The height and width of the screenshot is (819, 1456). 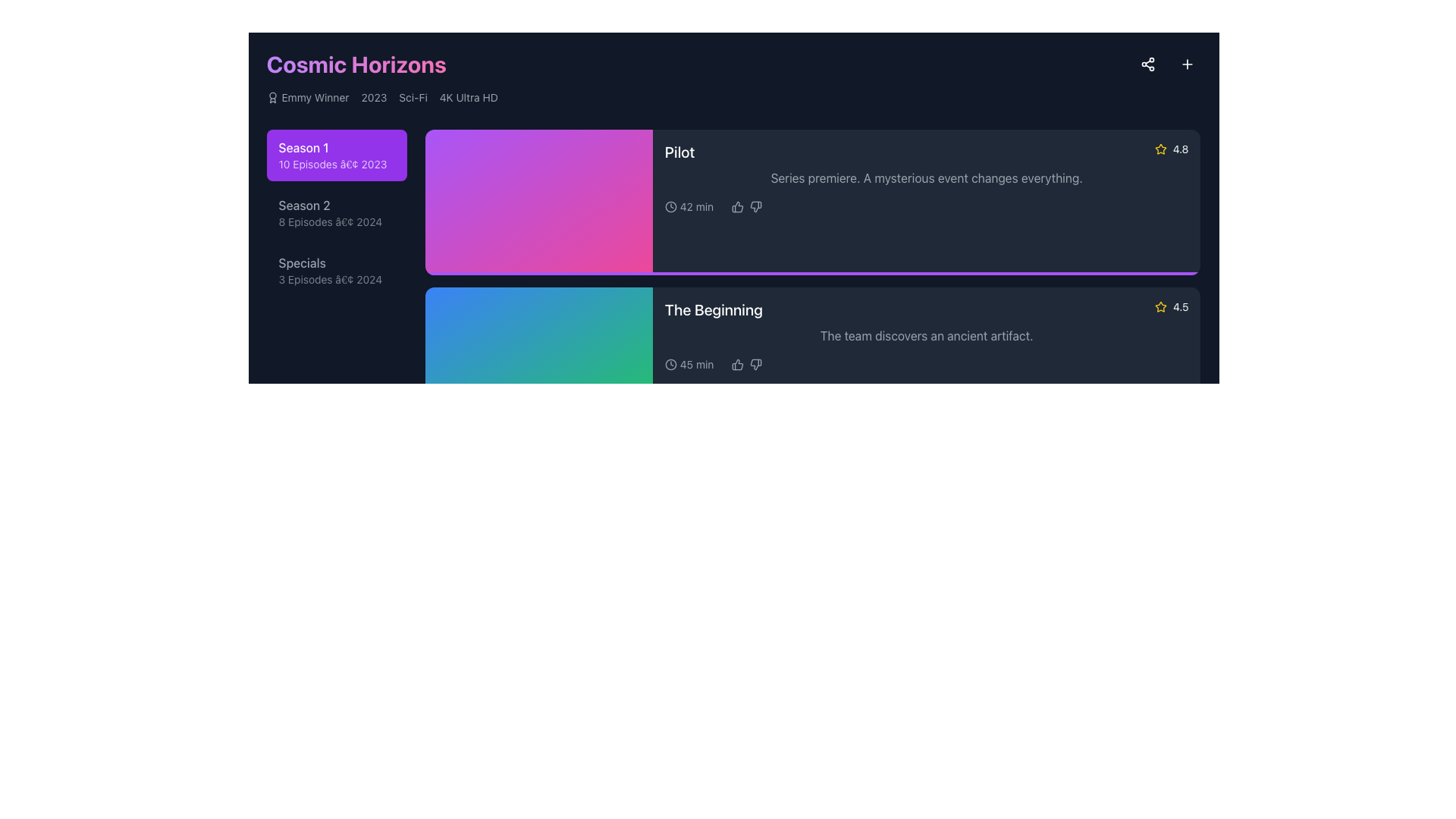 What do you see at coordinates (336, 222) in the screenshot?
I see `the text label providing information about 'Season 2', which is positioned below 'Season 1' and above 'Specials' in the list of seasons` at bounding box center [336, 222].